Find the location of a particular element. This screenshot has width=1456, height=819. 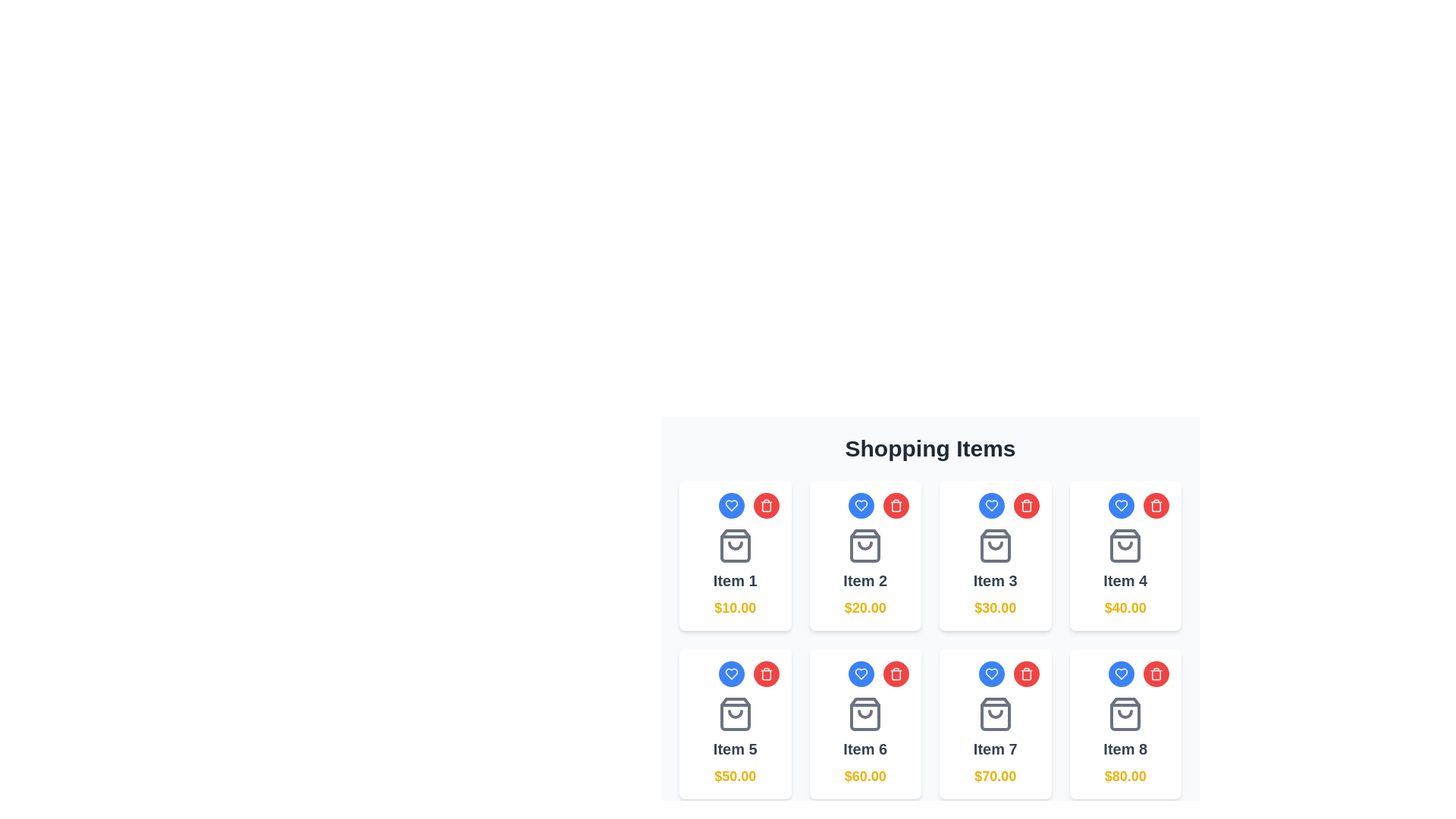

the blue circular button with a white heart outline to favorite the item located at the top-right corner of the card labeled 'Item 3' is located at coordinates (995, 506).